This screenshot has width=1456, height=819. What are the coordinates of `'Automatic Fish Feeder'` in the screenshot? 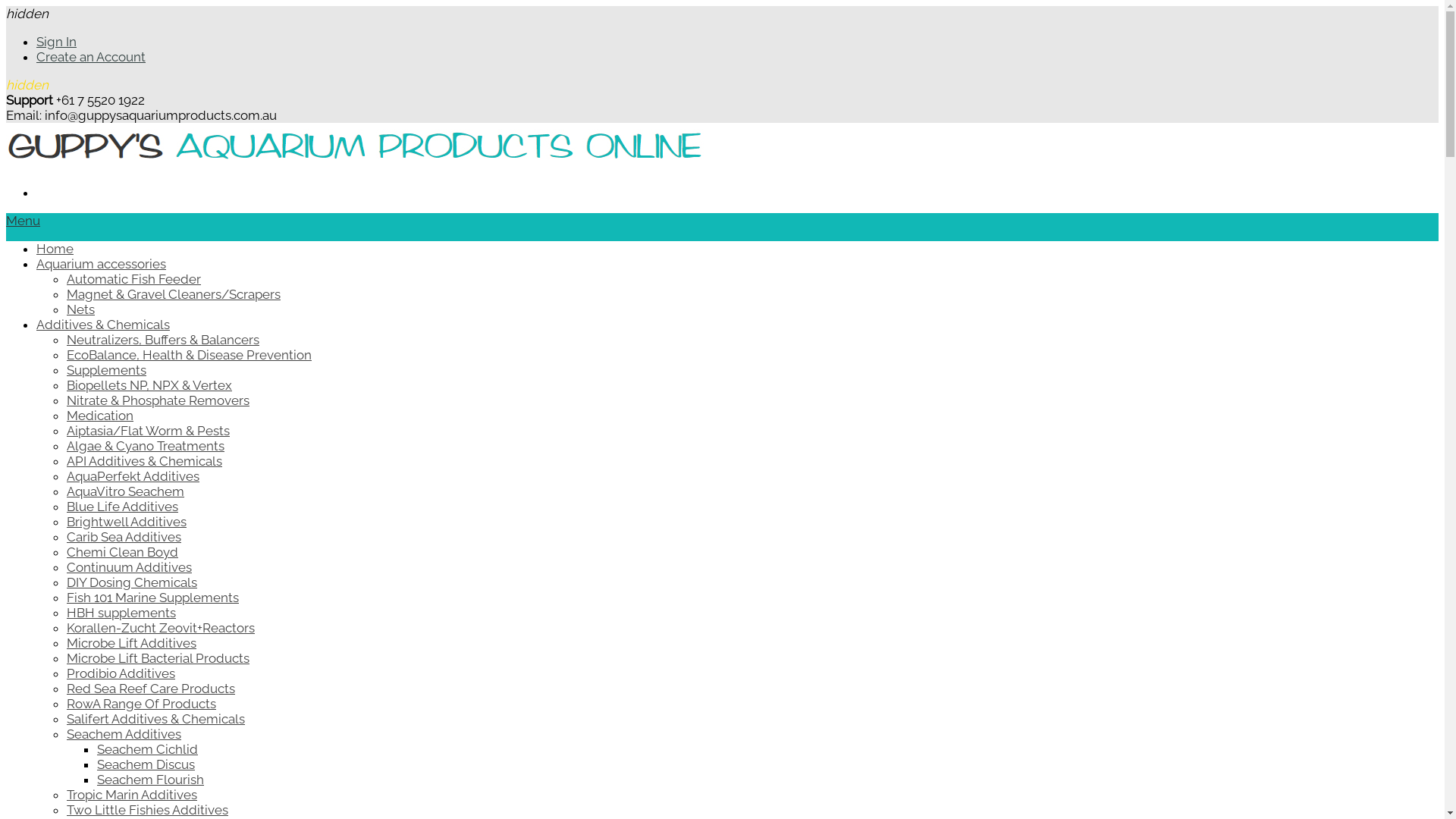 It's located at (133, 278).